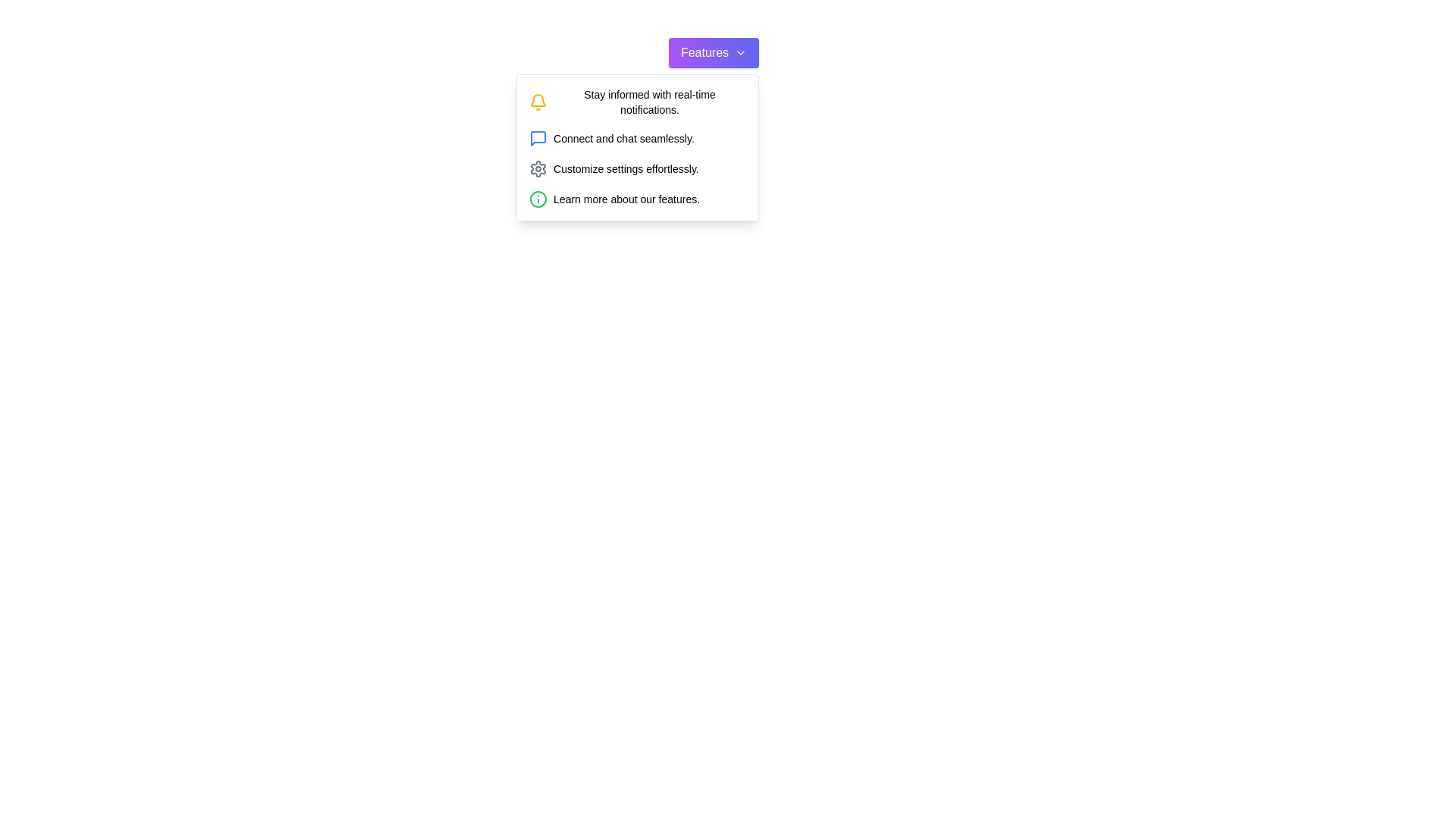  What do you see at coordinates (650, 102) in the screenshot?
I see `the topmost text label describing the notification functionality in the features menu, which is closely aligned with the yellow bell icon` at bounding box center [650, 102].